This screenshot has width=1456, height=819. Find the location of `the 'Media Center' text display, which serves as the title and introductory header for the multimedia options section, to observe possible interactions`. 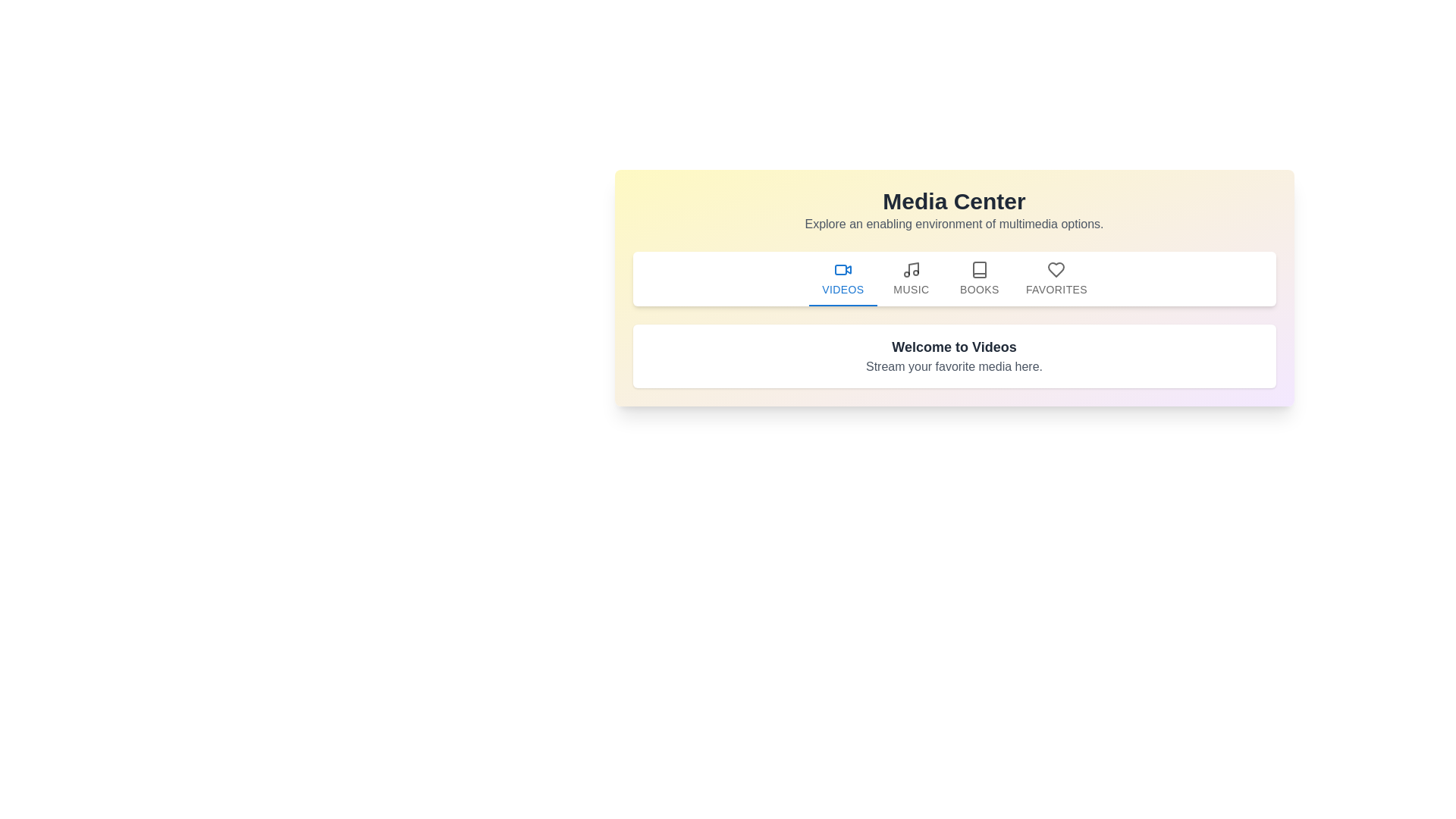

the 'Media Center' text display, which serves as the title and introductory header for the multimedia options section, to observe possible interactions is located at coordinates (953, 210).